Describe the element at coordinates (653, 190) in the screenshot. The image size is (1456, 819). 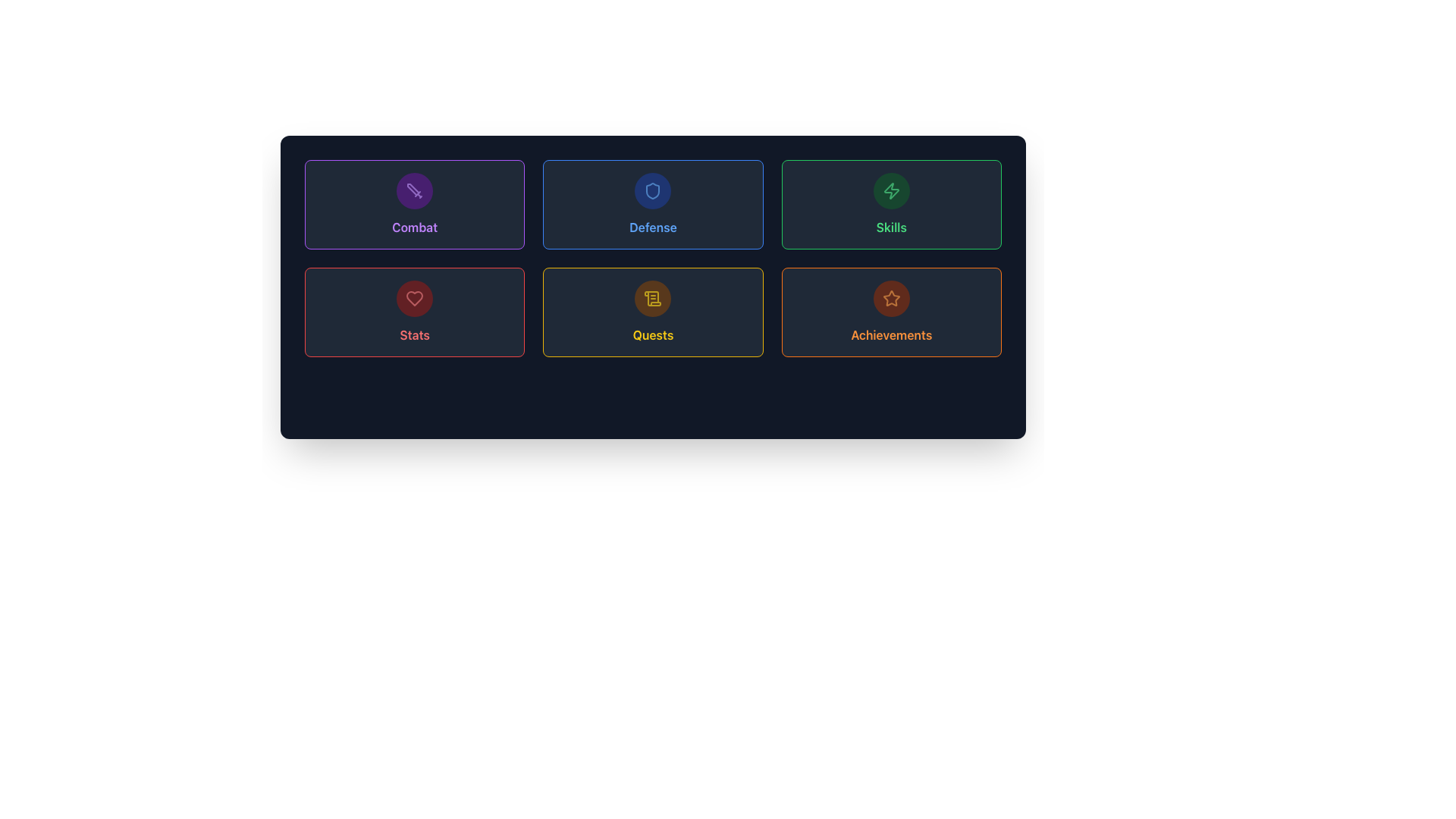
I see `the non-interactive Defense icon located in the second column of the first row within the grid layout` at that location.